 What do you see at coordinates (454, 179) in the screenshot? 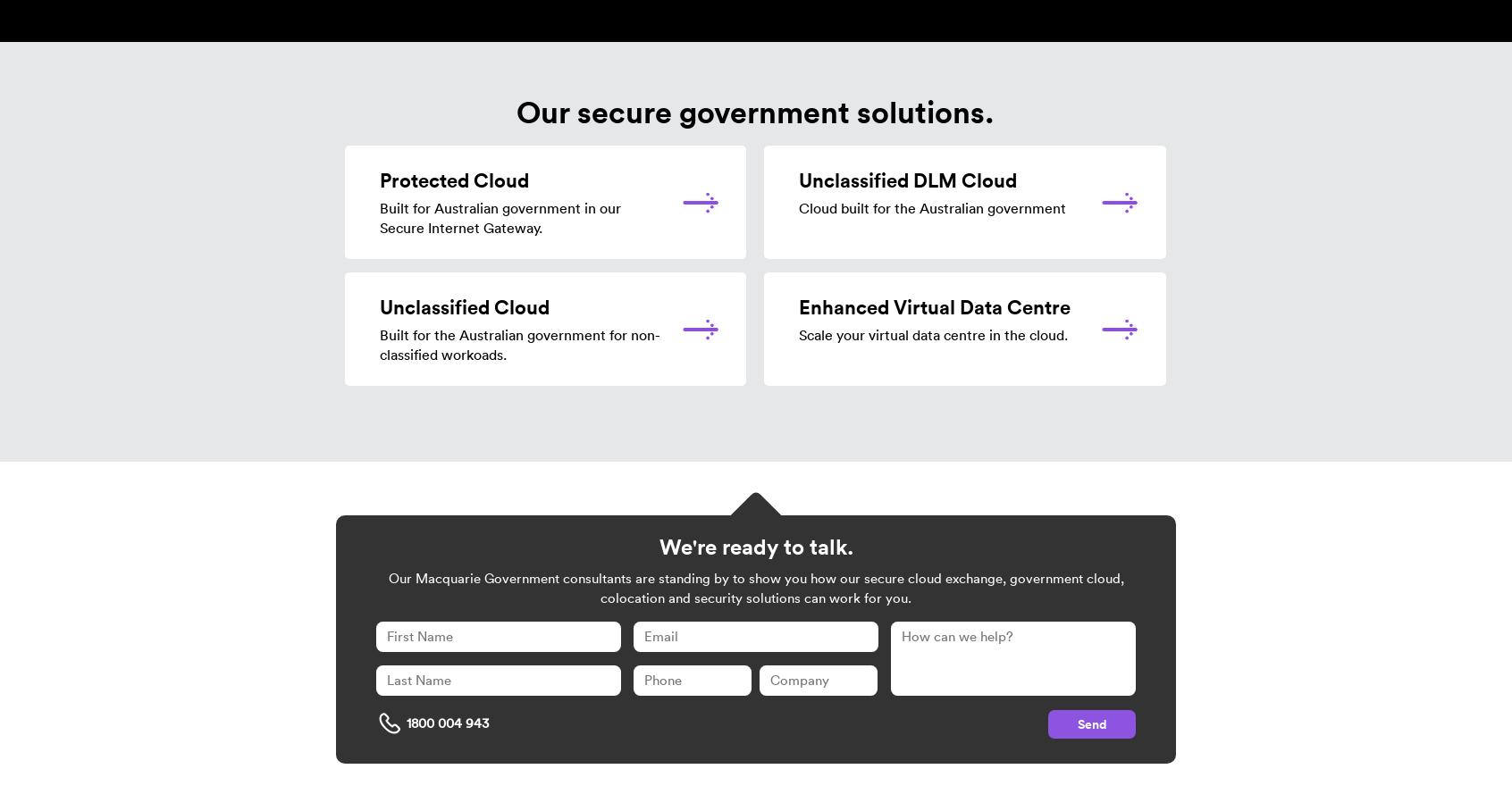
I see `'Protected Cloud'` at bounding box center [454, 179].